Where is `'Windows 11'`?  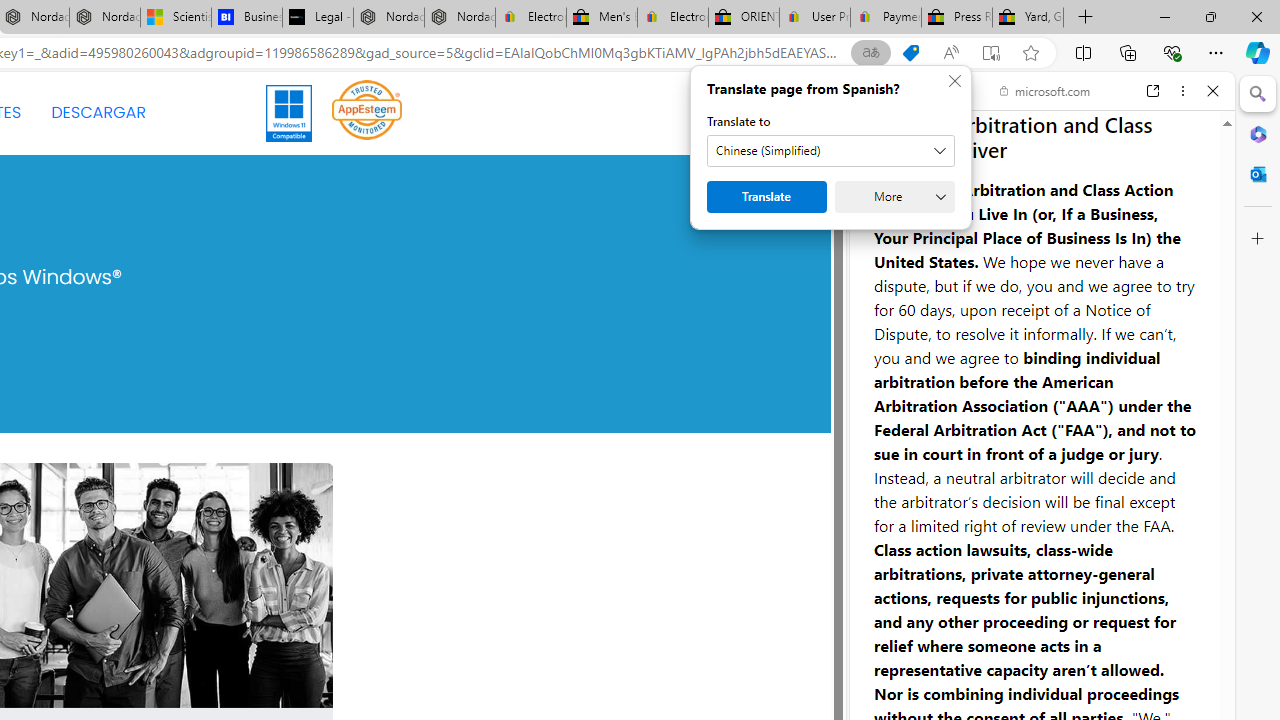
'Windows 11' is located at coordinates (288, 113).